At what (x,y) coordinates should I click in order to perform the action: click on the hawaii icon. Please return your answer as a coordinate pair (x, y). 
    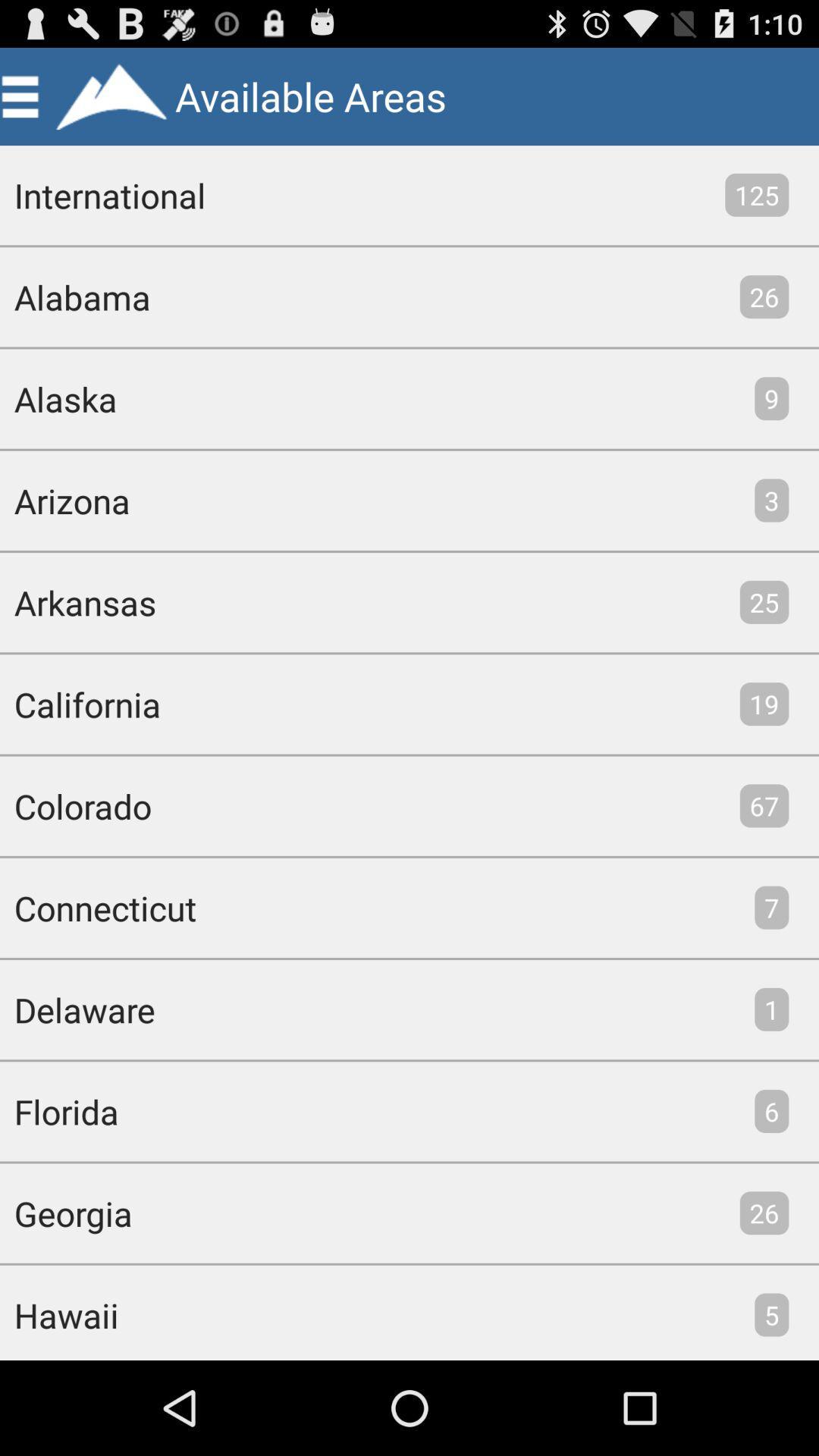
    Looking at the image, I should click on (58, 1312).